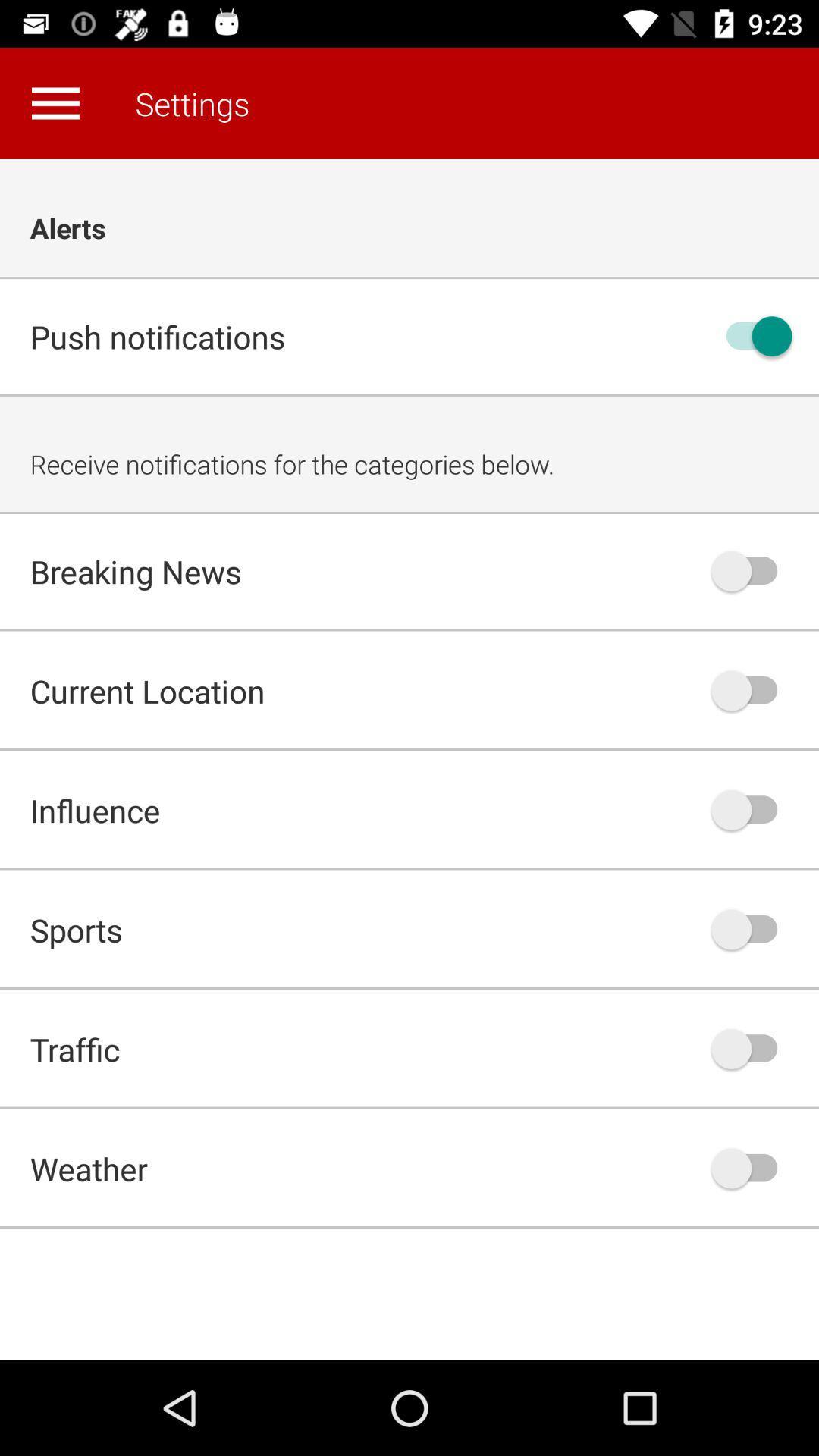 The width and height of the screenshot is (819, 1456). Describe the element at coordinates (752, 335) in the screenshot. I see `push notification switch` at that location.